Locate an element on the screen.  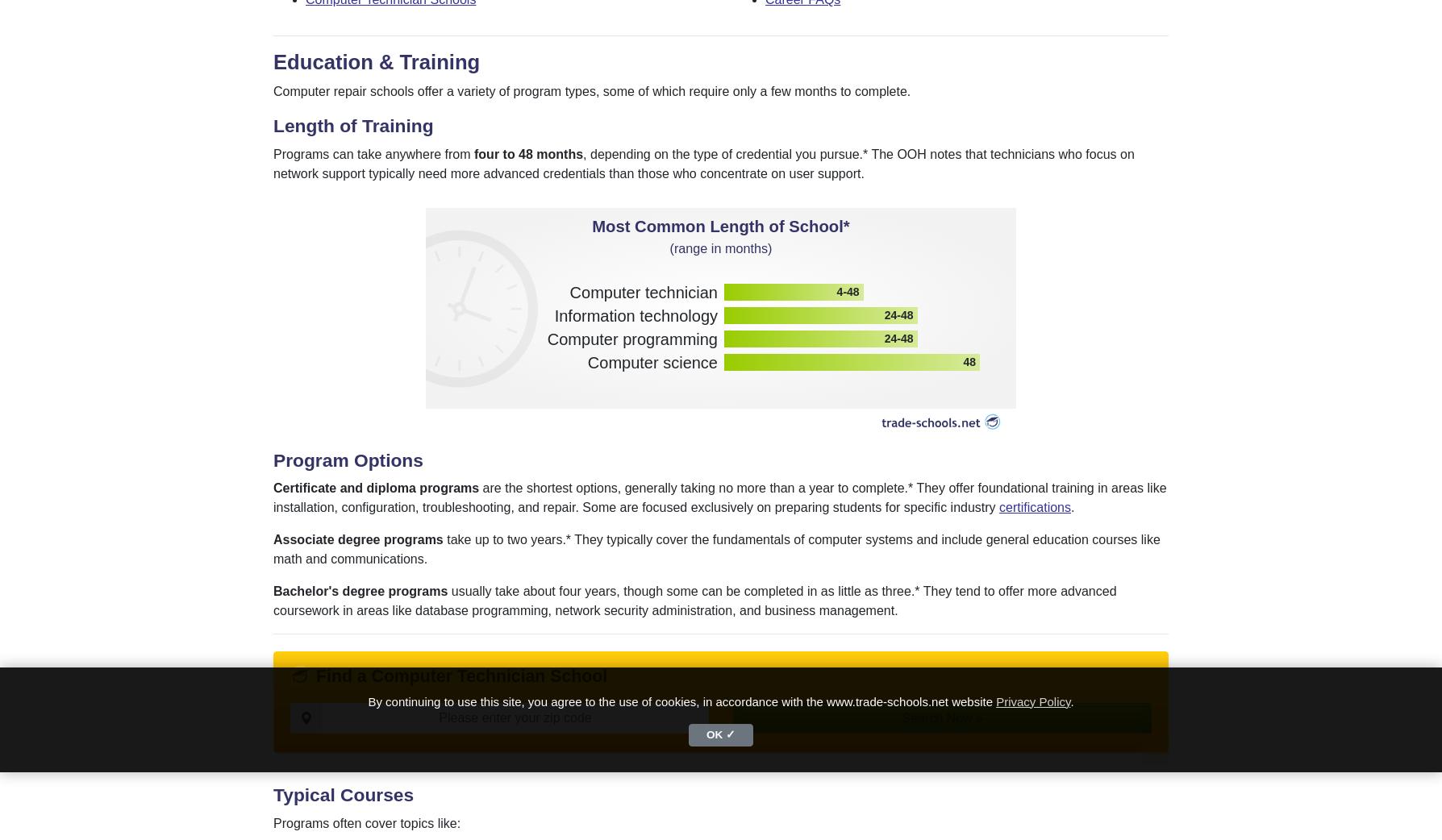
'Computer science' is located at coordinates (652, 361).